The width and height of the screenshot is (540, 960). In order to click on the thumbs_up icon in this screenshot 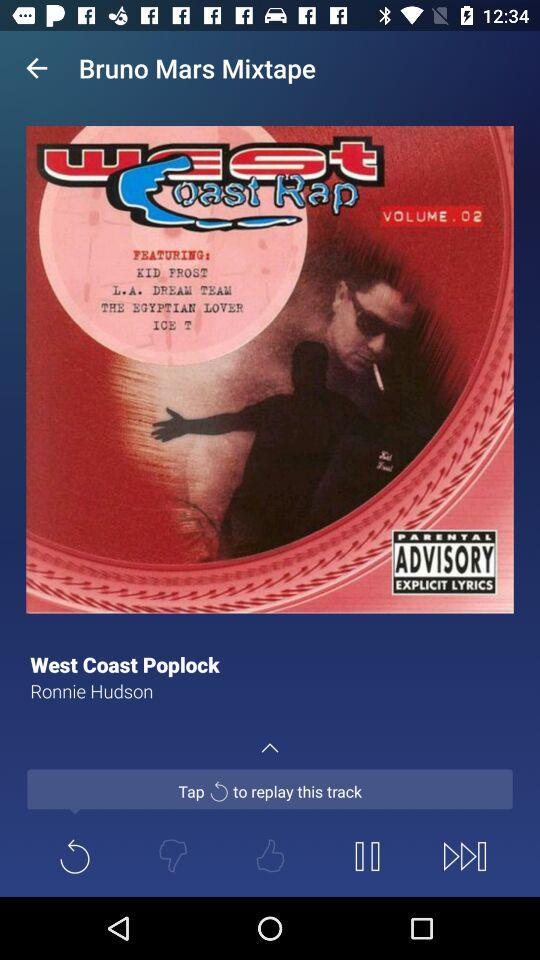, I will do `click(270, 855)`.